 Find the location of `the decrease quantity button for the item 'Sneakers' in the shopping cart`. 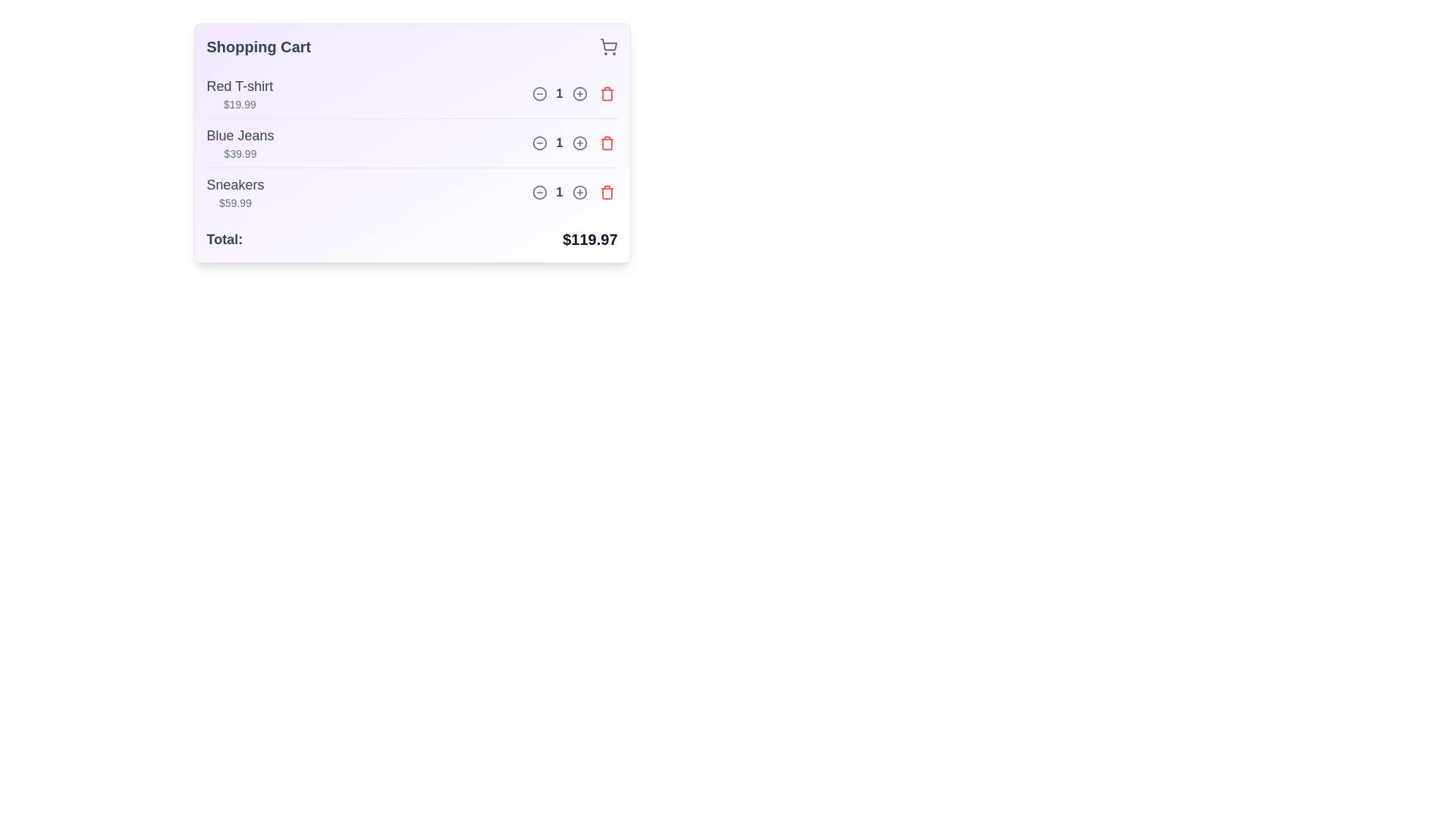

the decrease quantity button for the item 'Sneakers' in the shopping cart is located at coordinates (539, 192).